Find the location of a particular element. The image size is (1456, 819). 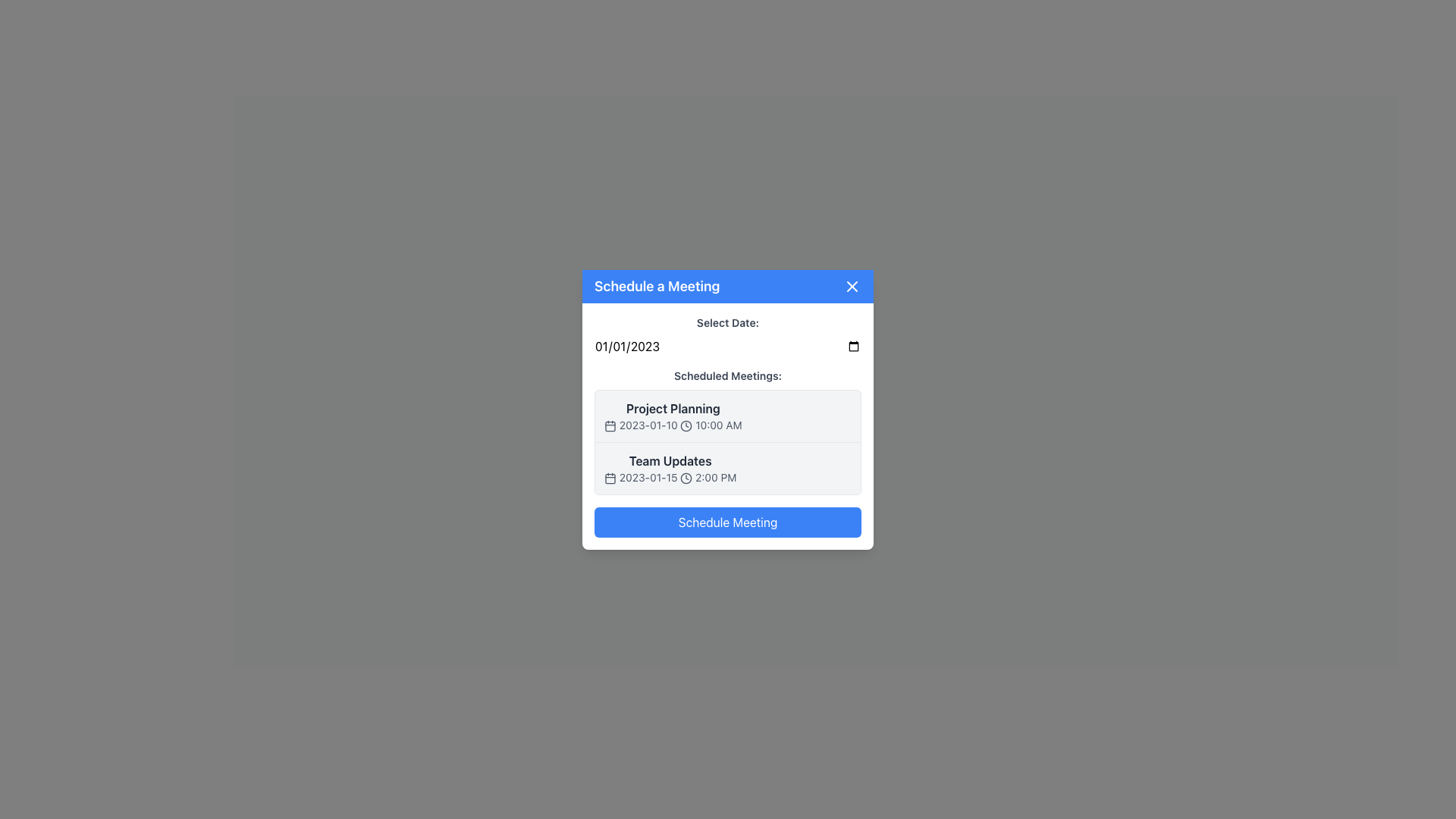

the blue circular button with a white 'X' icon in the top right corner of the blue header is located at coordinates (852, 286).